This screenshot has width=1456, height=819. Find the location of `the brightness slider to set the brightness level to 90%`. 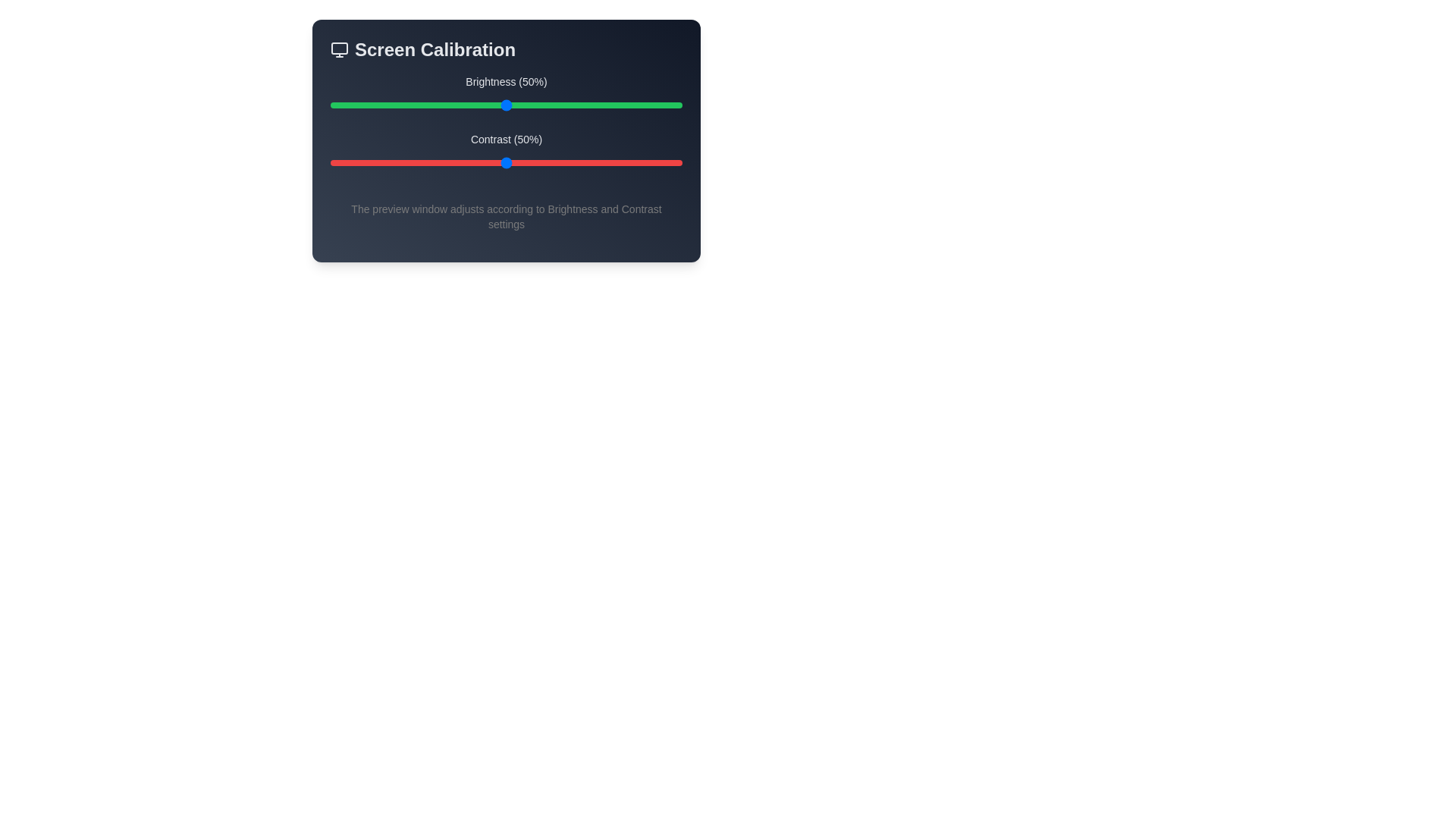

the brightness slider to set the brightness level to 90% is located at coordinates (647, 104).